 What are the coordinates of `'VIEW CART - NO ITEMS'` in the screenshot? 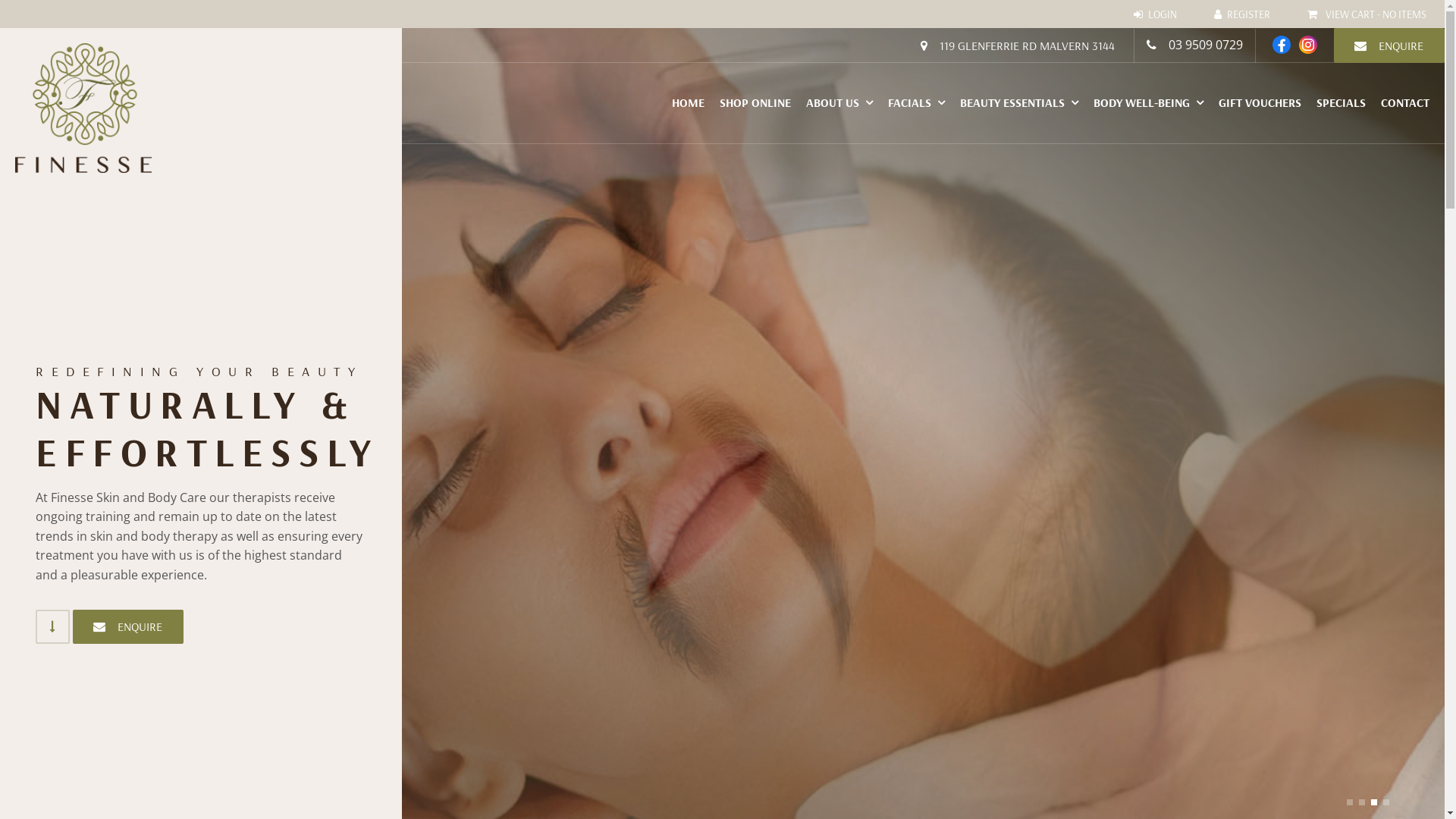 It's located at (1288, 14).